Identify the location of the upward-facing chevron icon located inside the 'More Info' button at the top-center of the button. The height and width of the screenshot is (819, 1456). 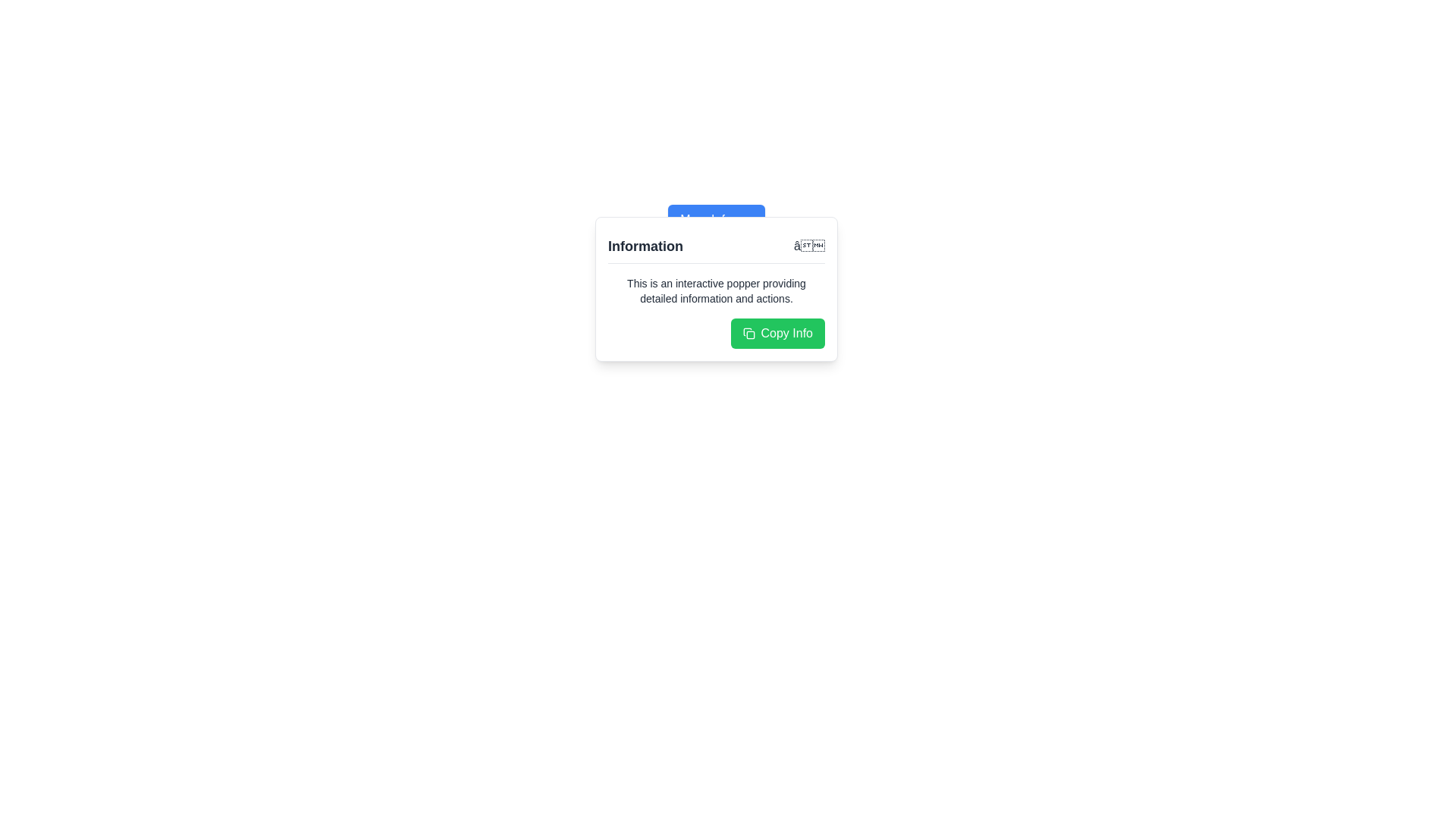
(745, 219).